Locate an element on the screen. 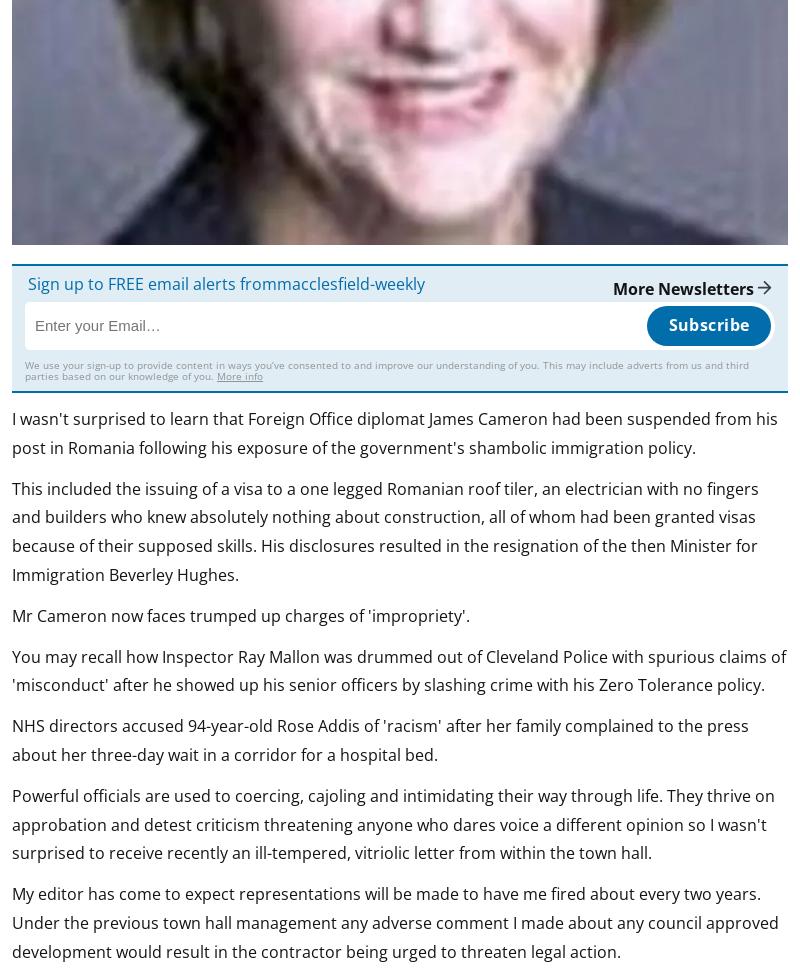 This screenshot has width=800, height=971. 'macclesfield' is located at coordinates (322, 282).